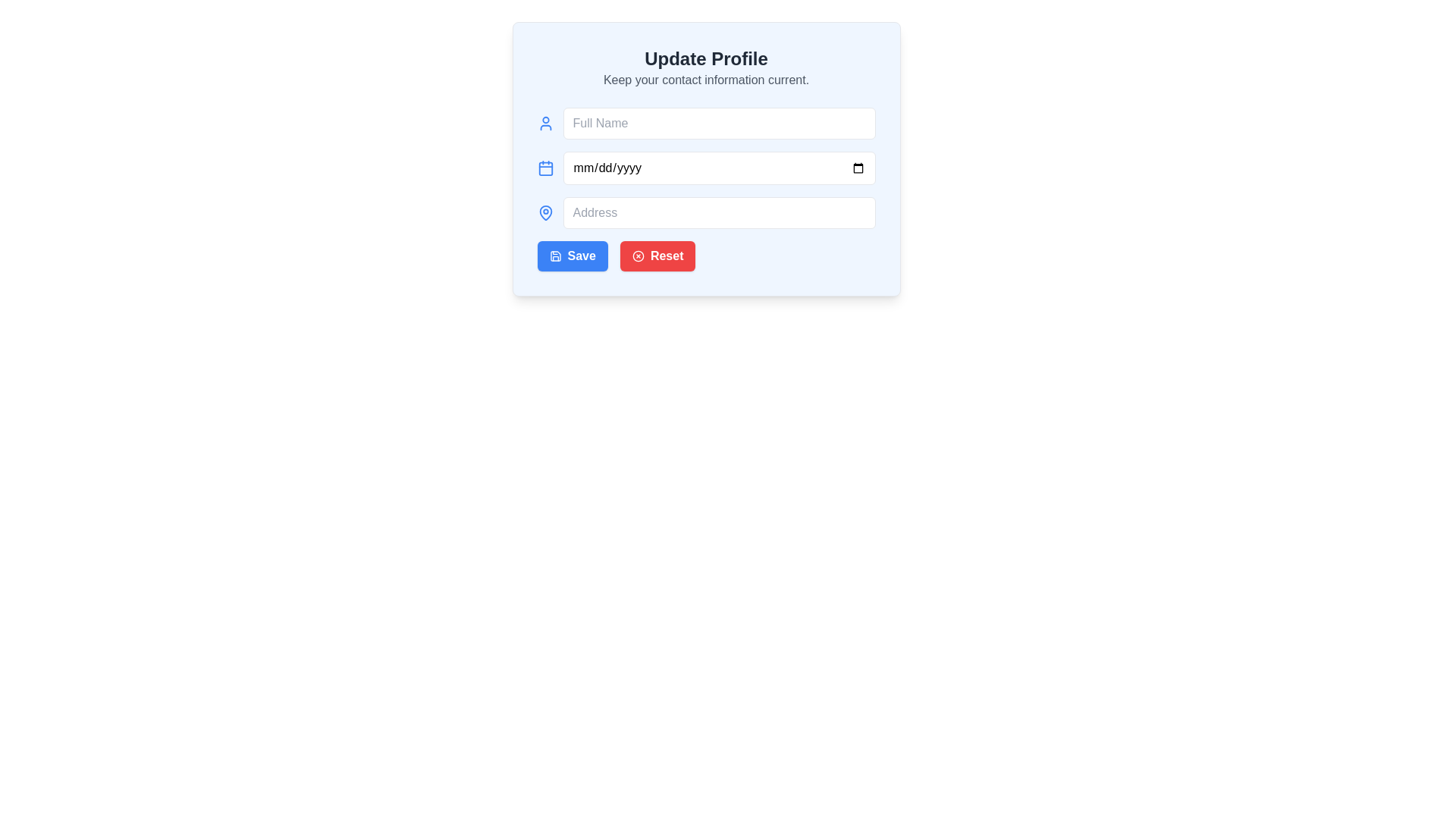 The height and width of the screenshot is (819, 1456). I want to click on a date from the calendar view available in the date input field, which is a rectangular field with a calendar icon on the right side, positioned below the 'Full Name' input field, so click(718, 168).